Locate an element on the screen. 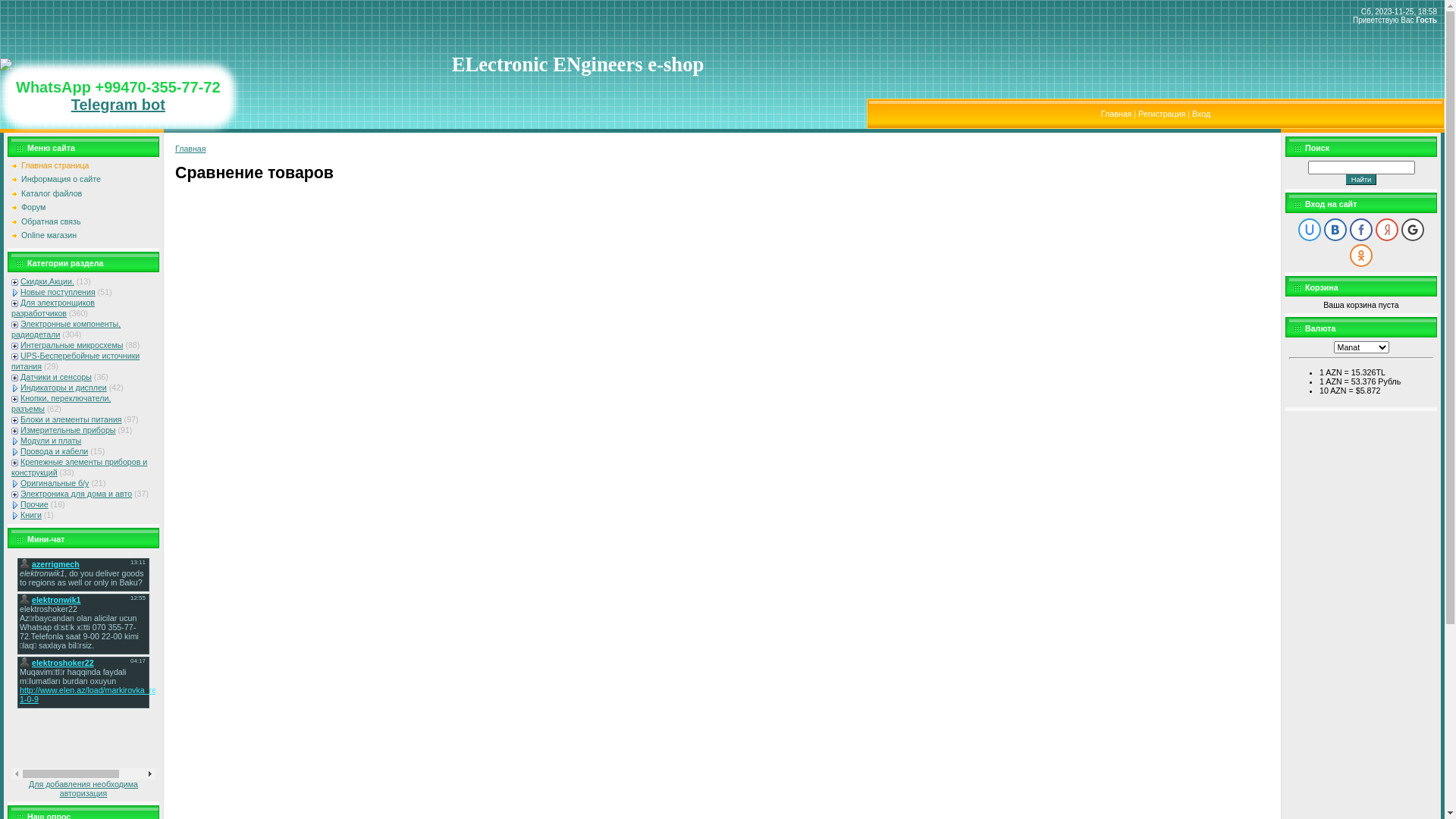 This screenshot has height=819, width=1456. 'Telegram bot' is located at coordinates (118, 104).